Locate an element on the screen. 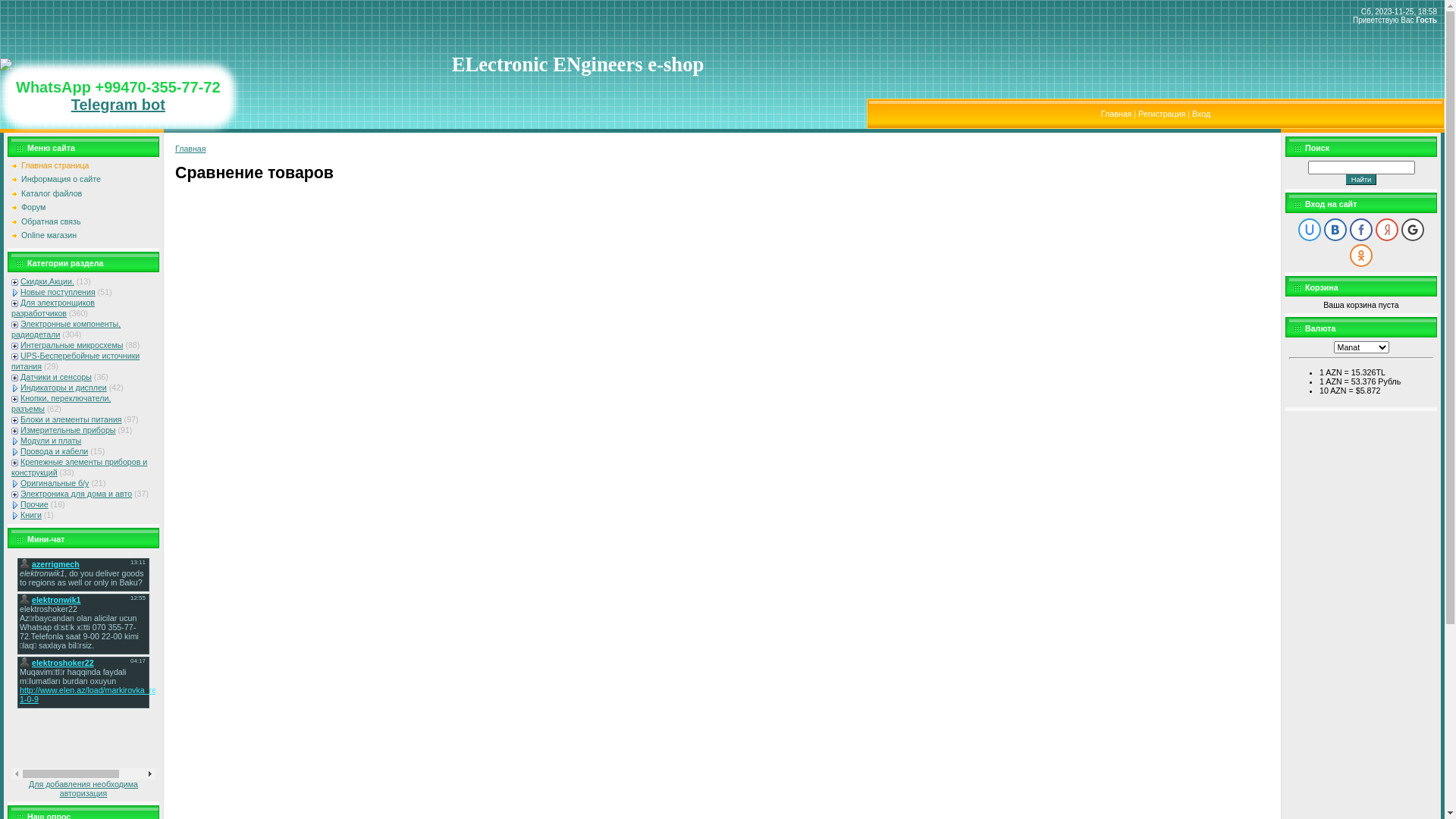 This screenshot has height=819, width=1456. 'Telegram bot' is located at coordinates (118, 104).